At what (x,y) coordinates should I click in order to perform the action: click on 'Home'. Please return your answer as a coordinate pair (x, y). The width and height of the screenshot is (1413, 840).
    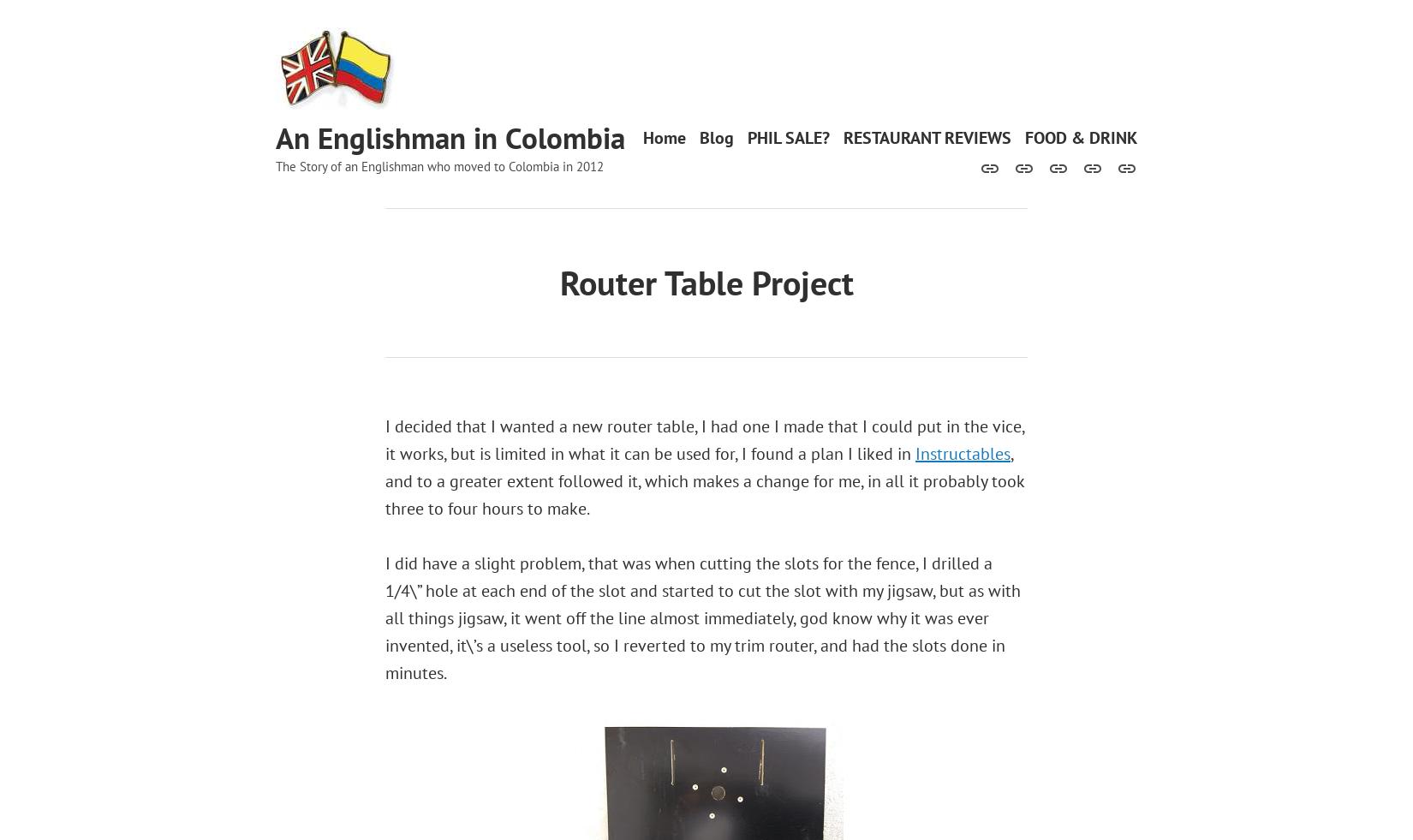
    Looking at the image, I should click on (663, 136).